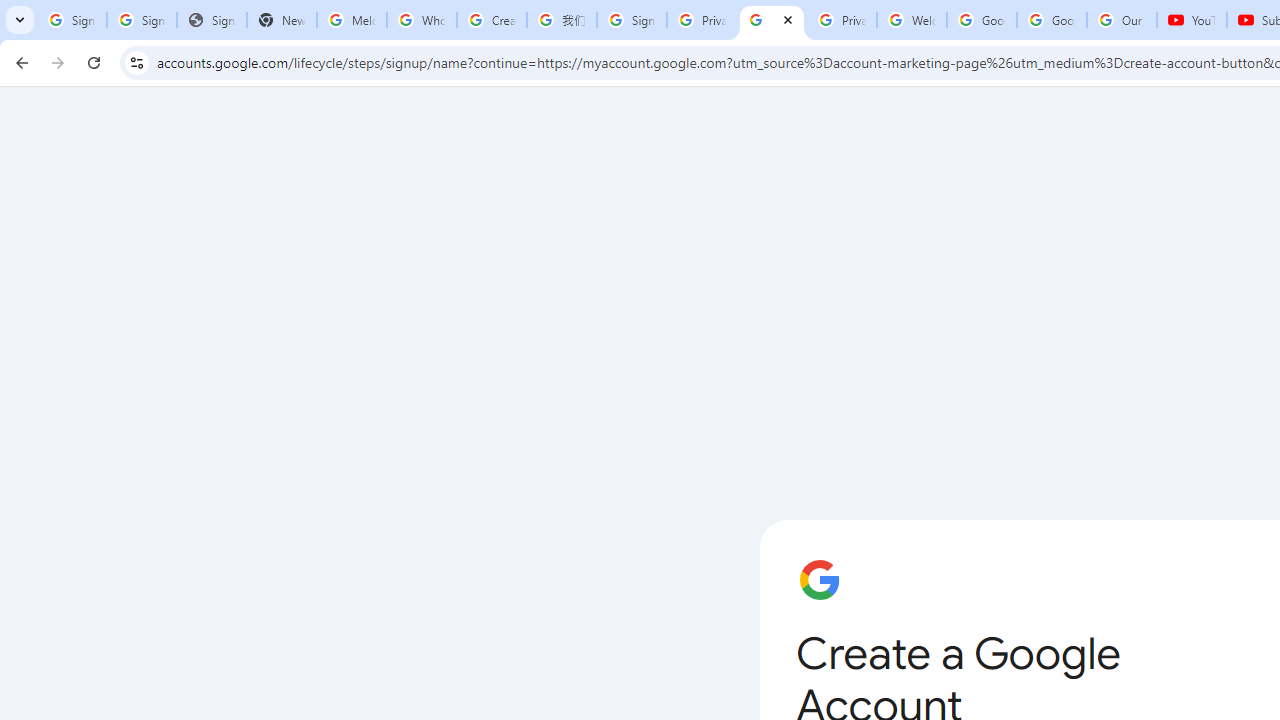  Describe the element at coordinates (135, 61) in the screenshot. I see `'View site information'` at that location.